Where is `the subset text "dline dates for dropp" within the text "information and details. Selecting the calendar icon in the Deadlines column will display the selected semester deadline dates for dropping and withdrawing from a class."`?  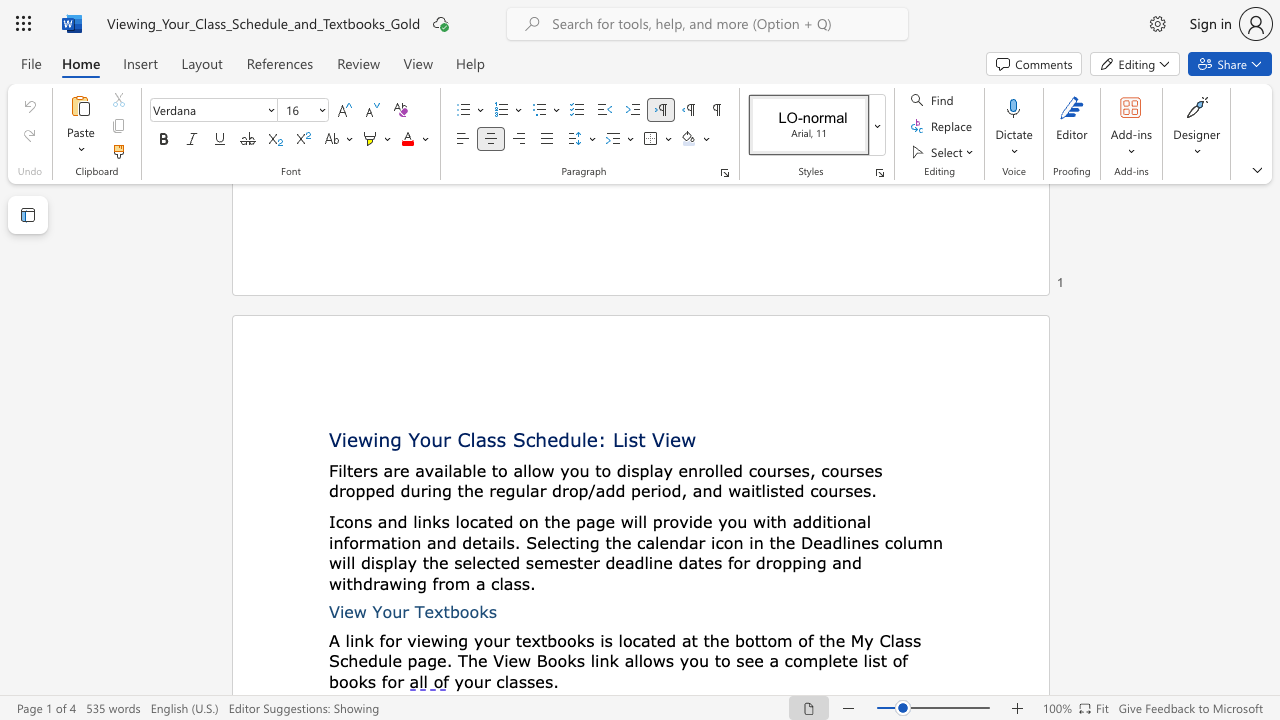
the subset text "dline dates for dropp" within the text "information and details. Selecting the calendar icon in the Deadlines column will display the selected semester deadline dates for dropping and withdrawing from a class." is located at coordinates (633, 562).